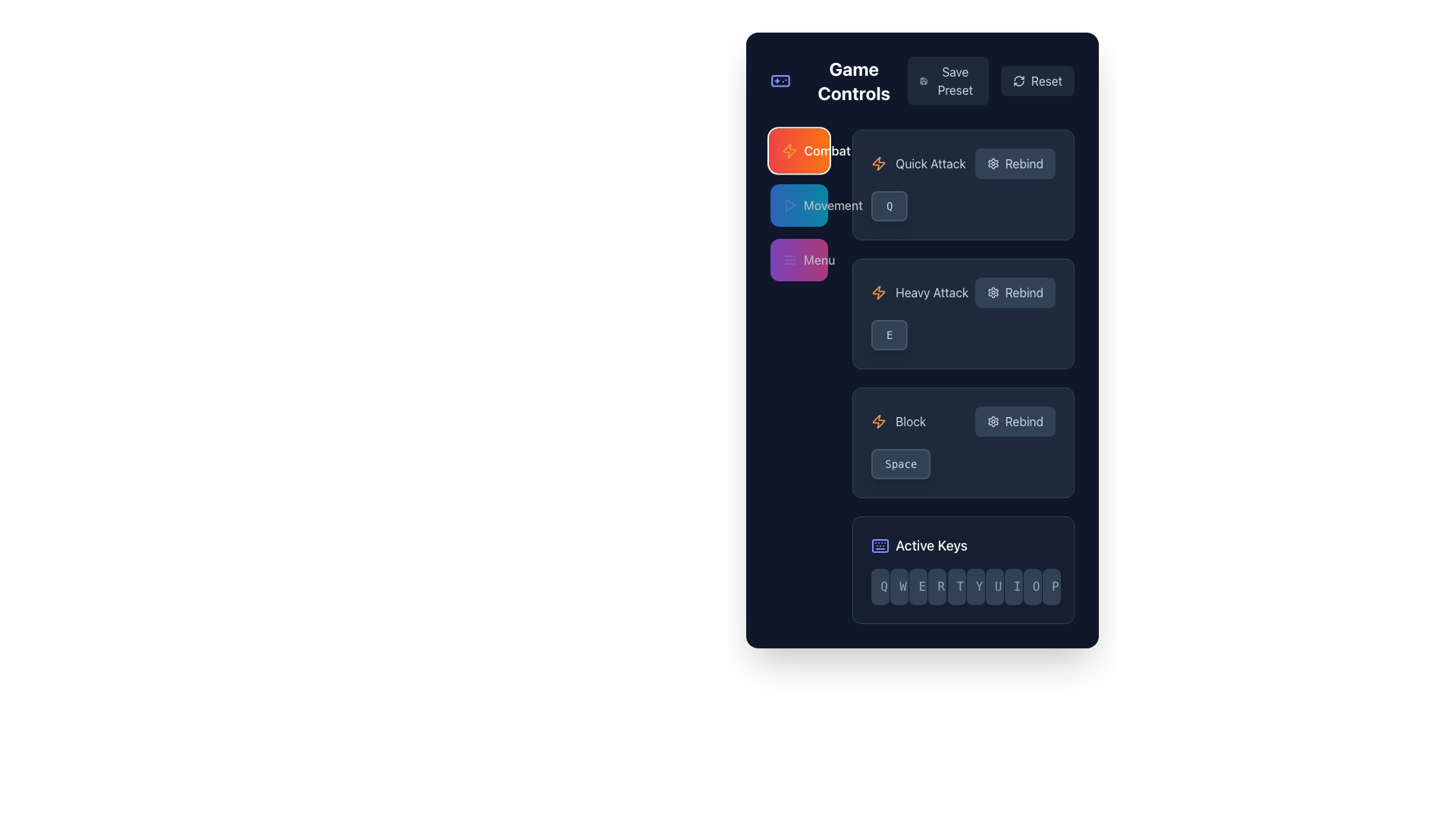 The image size is (1456, 819). I want to click on the text display box indicating the key binding 'Q' for the 'Quick Attack' action, located in the upper-right section of the interface, so click(890, 206).